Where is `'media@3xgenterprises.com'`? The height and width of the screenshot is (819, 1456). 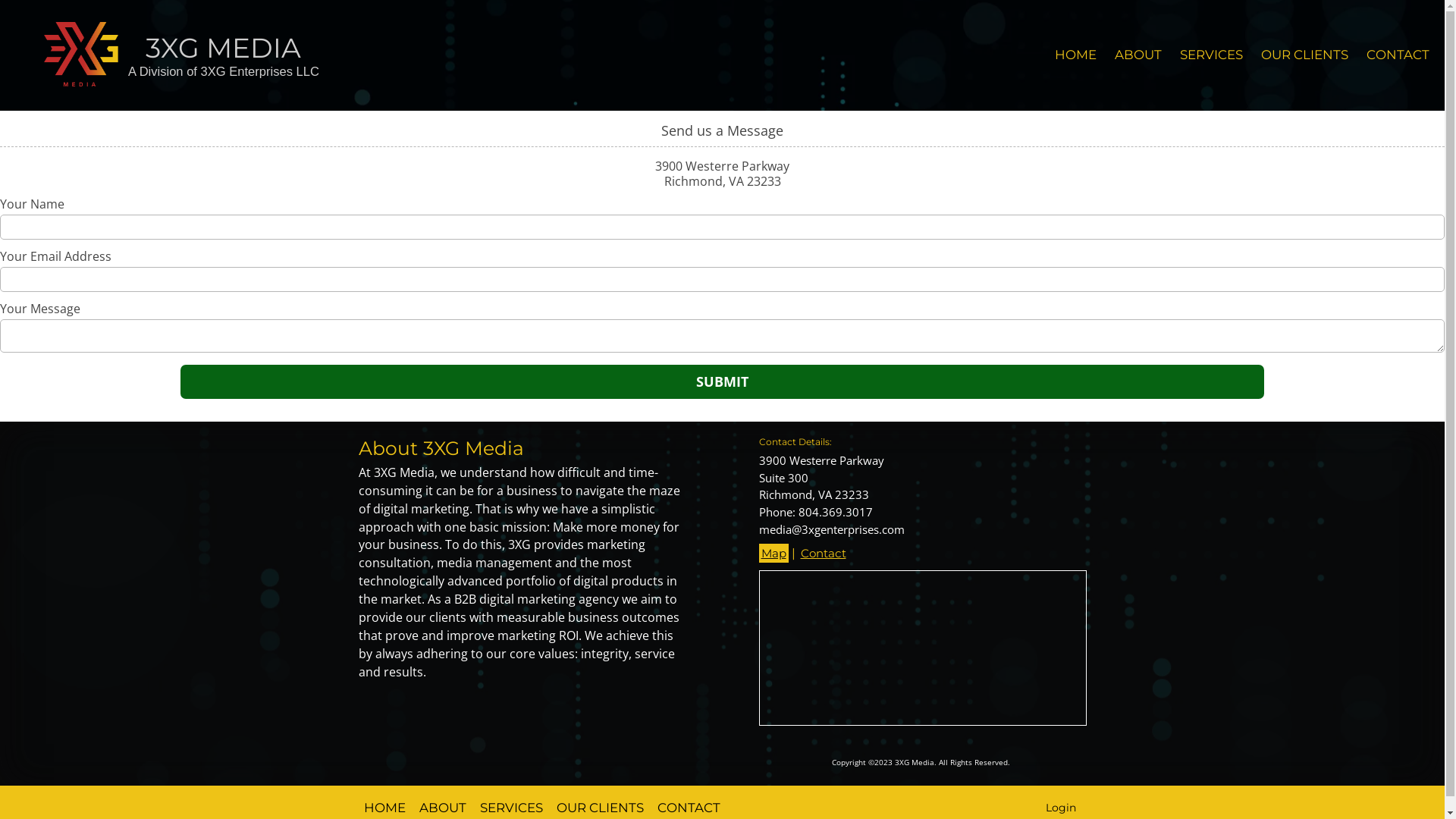 'media@3xgenterprises.com' is located at coordinates (830, 529).